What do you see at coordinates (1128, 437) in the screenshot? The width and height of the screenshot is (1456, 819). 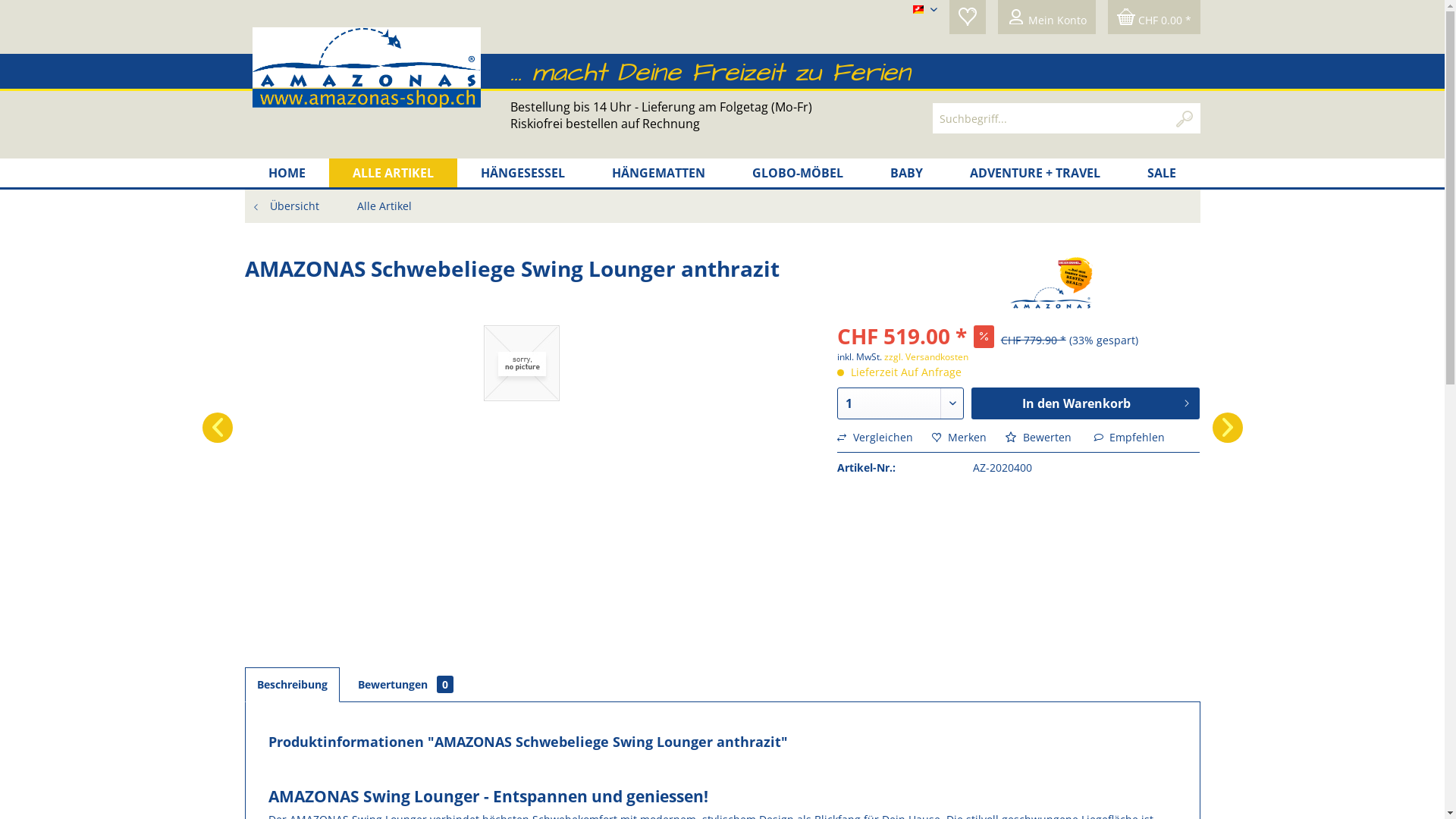 I see `'Empfehlen'` at bounding box center [1128, 437].